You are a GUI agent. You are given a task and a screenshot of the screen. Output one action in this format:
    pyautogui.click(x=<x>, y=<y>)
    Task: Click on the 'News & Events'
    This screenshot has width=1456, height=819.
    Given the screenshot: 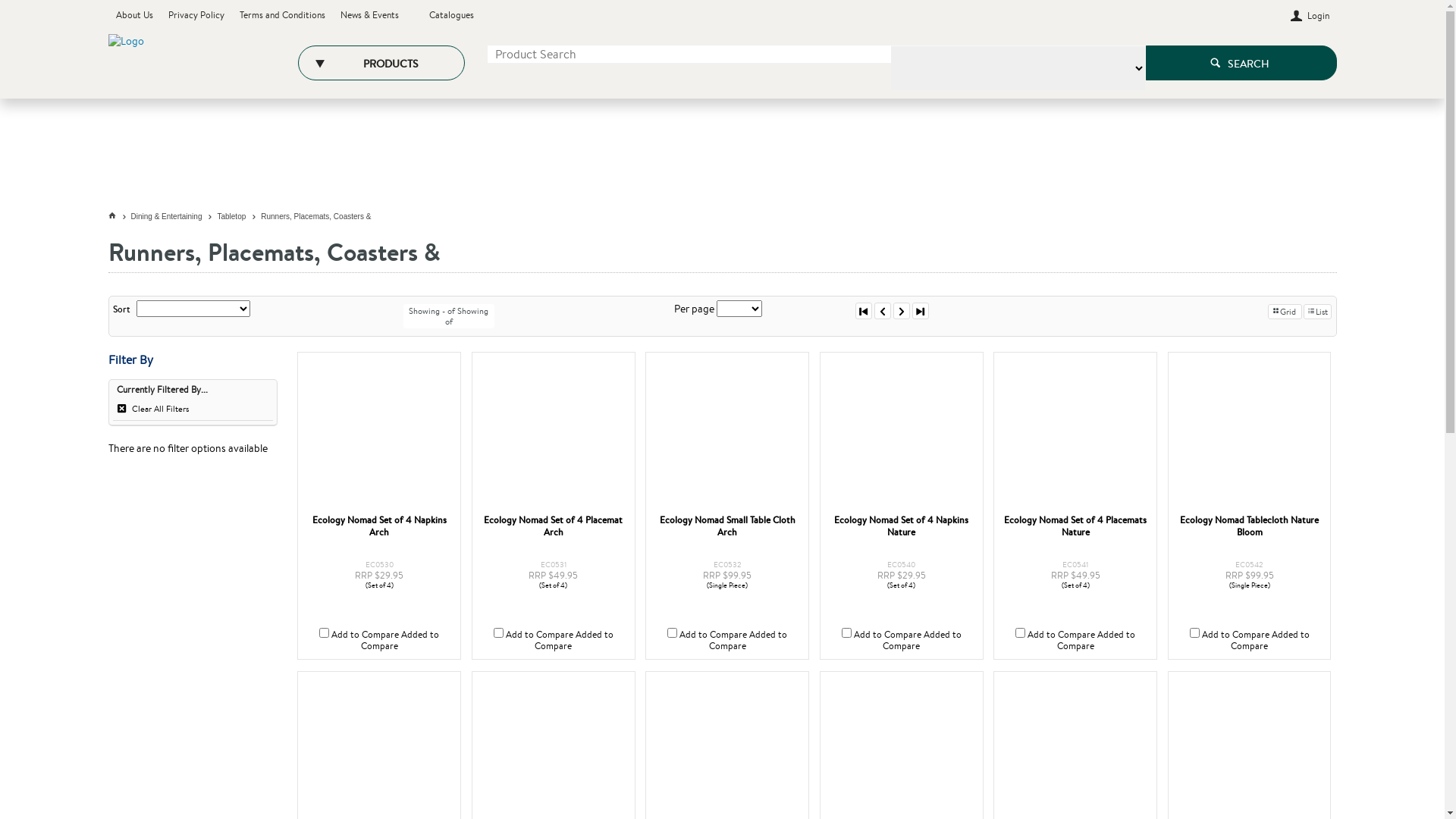 What is the action you would take?
    pyautogui.click(x=338, y=14)
    